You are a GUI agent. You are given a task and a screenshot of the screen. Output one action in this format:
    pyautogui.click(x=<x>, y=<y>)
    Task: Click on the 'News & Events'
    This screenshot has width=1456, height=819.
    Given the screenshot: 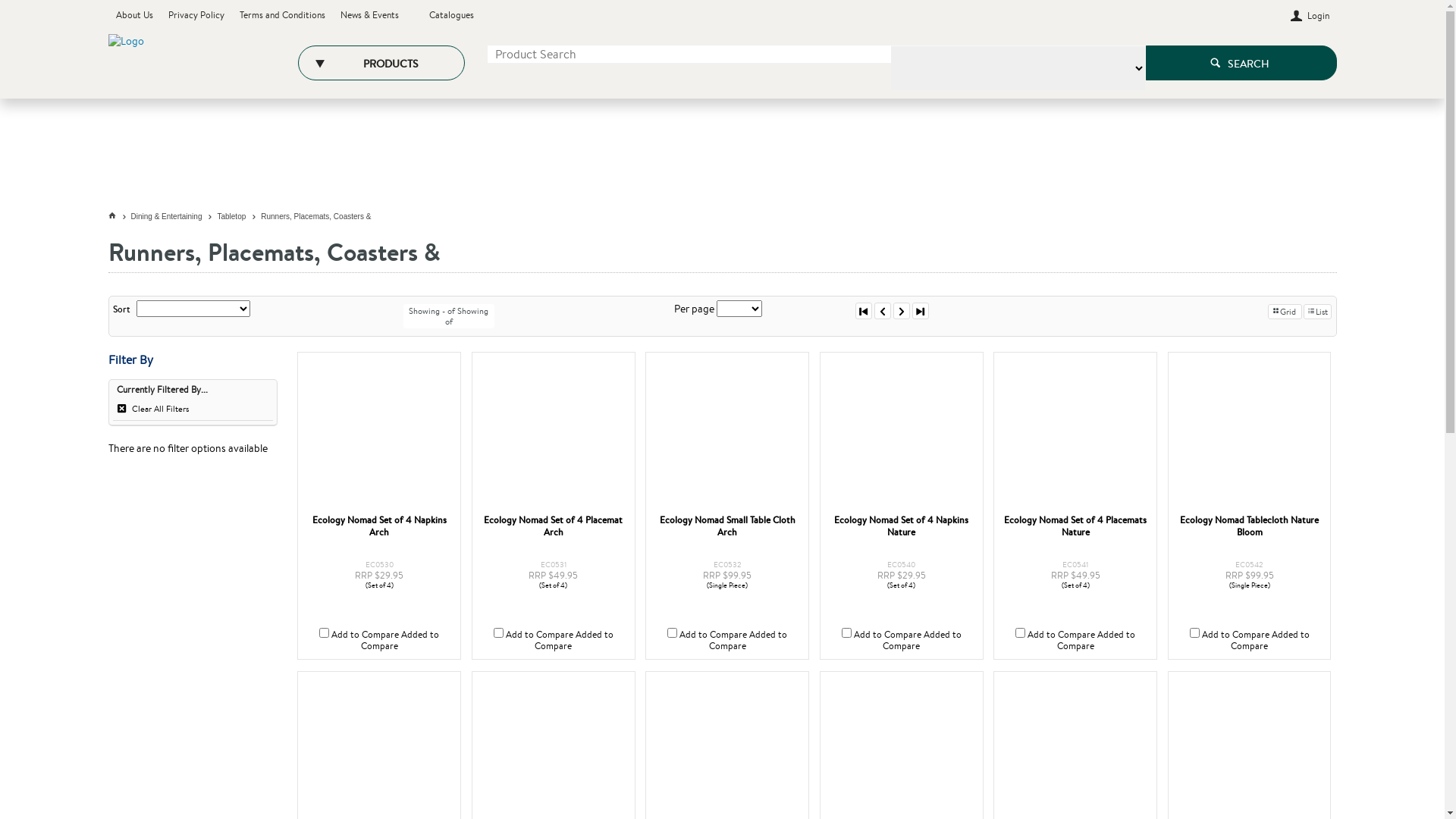 What is the action you would take?
    pyautogui.click(x=338, y=14)
    